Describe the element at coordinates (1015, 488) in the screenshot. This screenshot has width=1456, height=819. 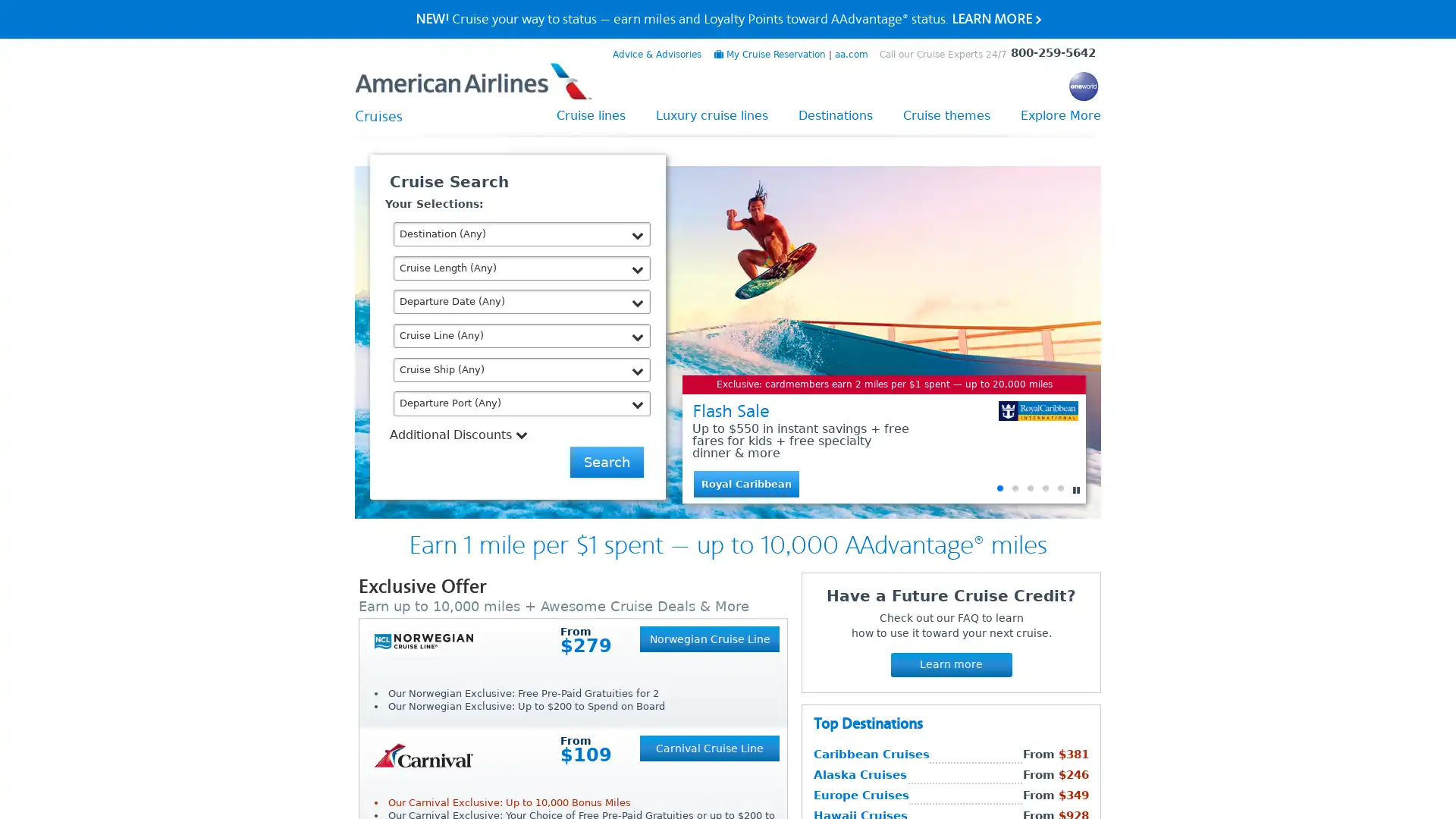
I see `Go to slide 2` at that location.